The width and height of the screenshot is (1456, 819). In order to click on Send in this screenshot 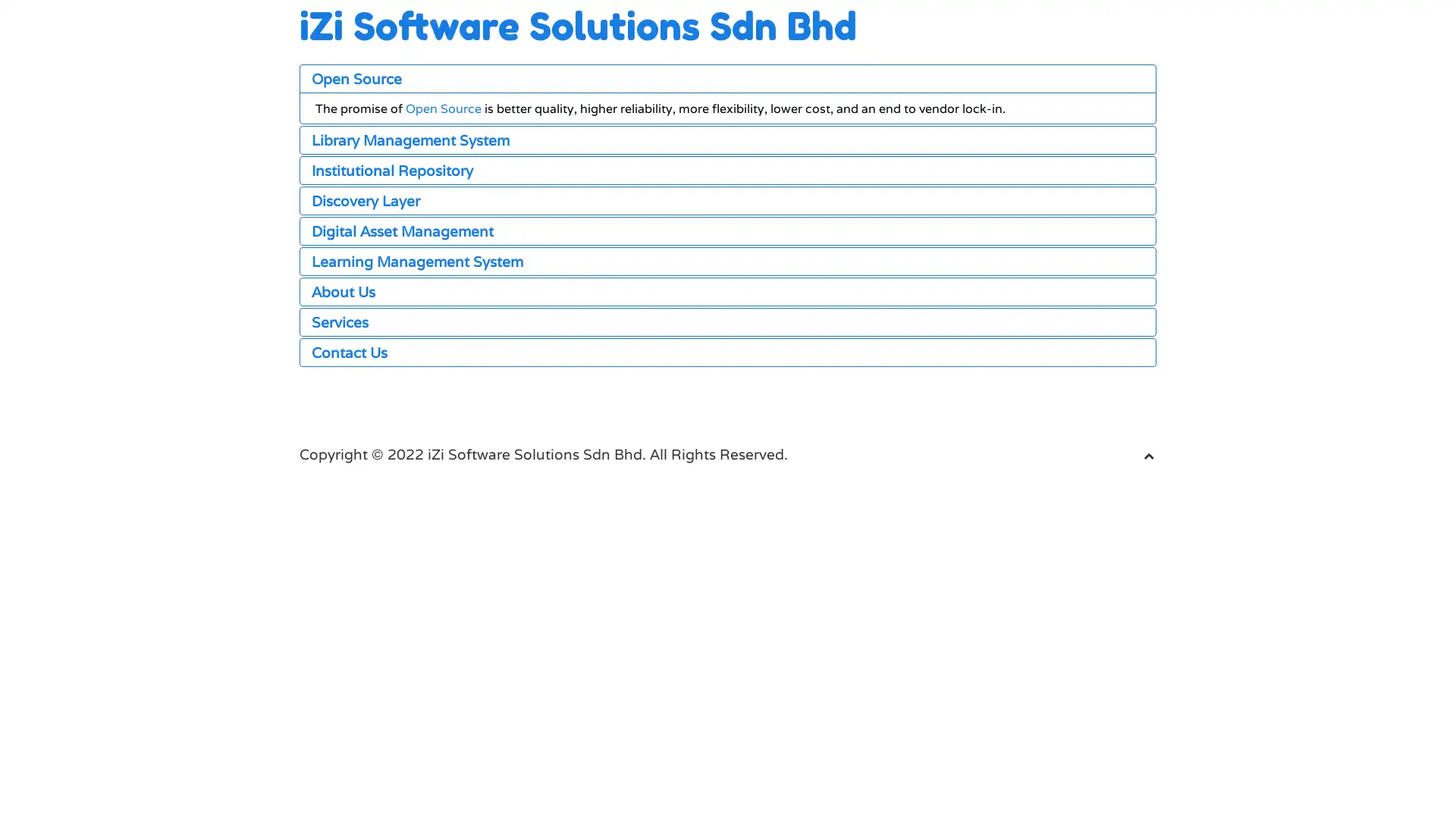, I will do `click(371, 718)`.